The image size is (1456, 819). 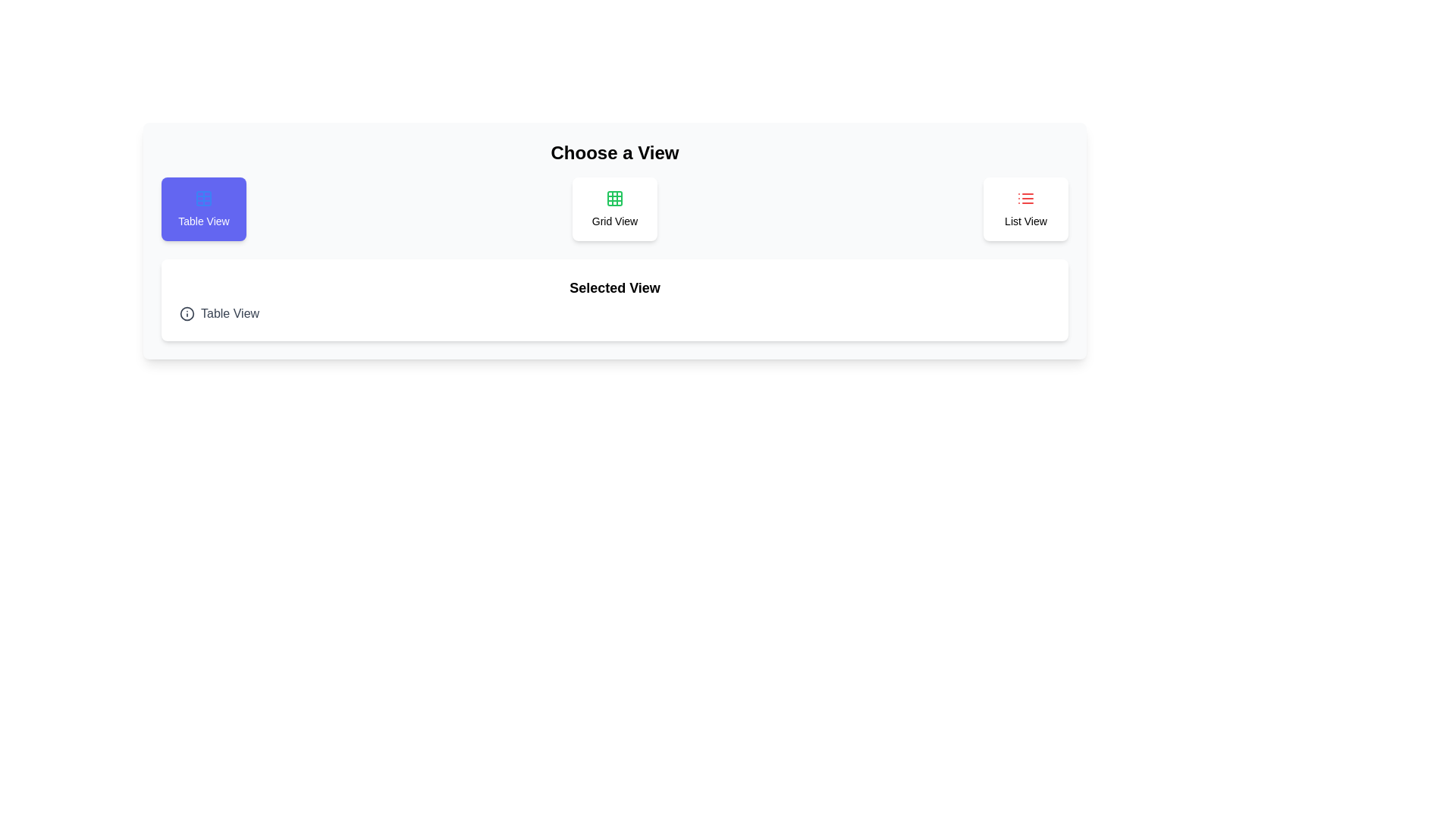 I want to click on text displayed on the 'Grid View' label, which describes the purpose of the corresponding button in the layout selector row, so click(x=615, y=221).